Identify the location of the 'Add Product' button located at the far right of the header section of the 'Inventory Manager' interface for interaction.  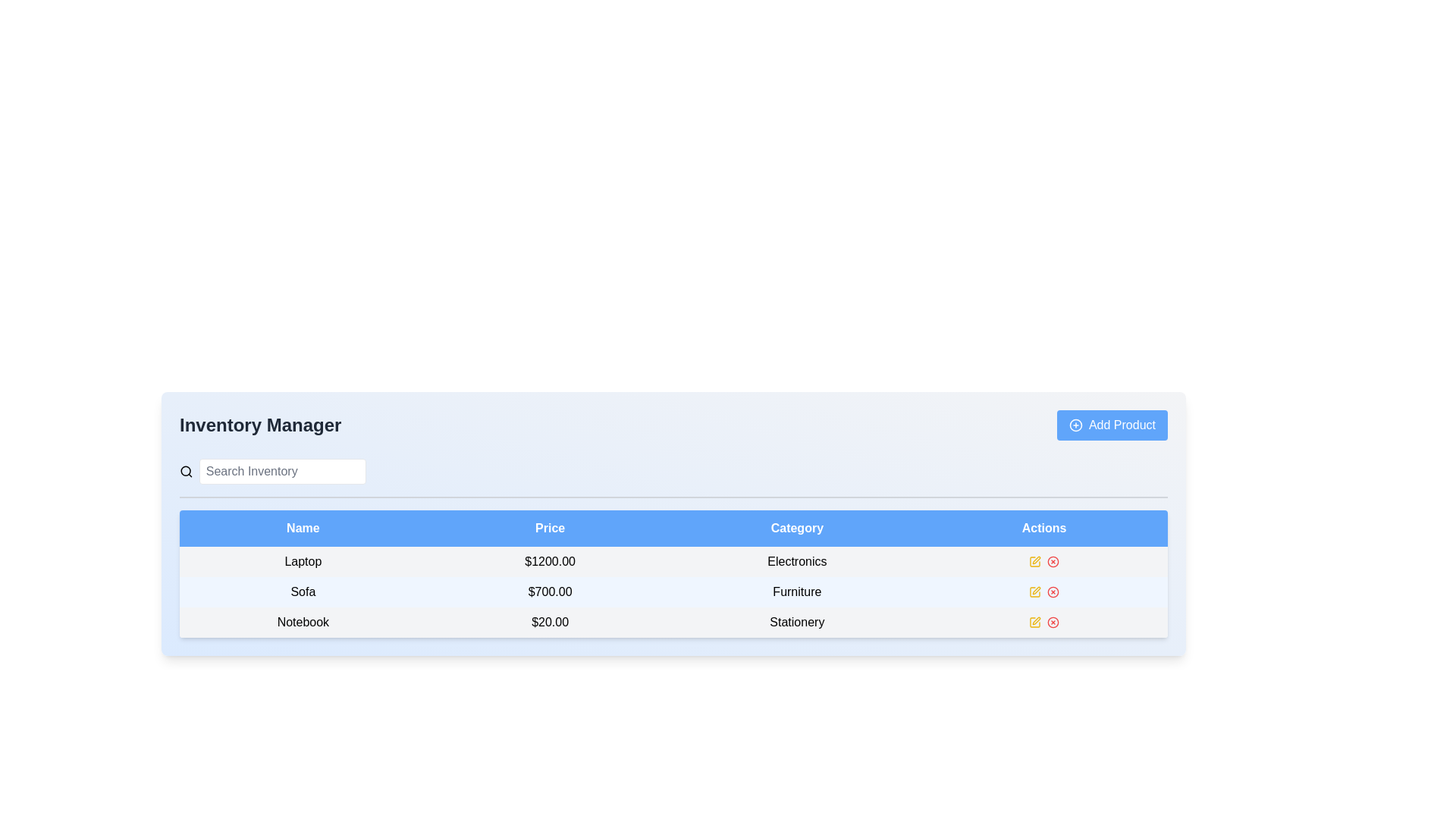
(1112, 425).